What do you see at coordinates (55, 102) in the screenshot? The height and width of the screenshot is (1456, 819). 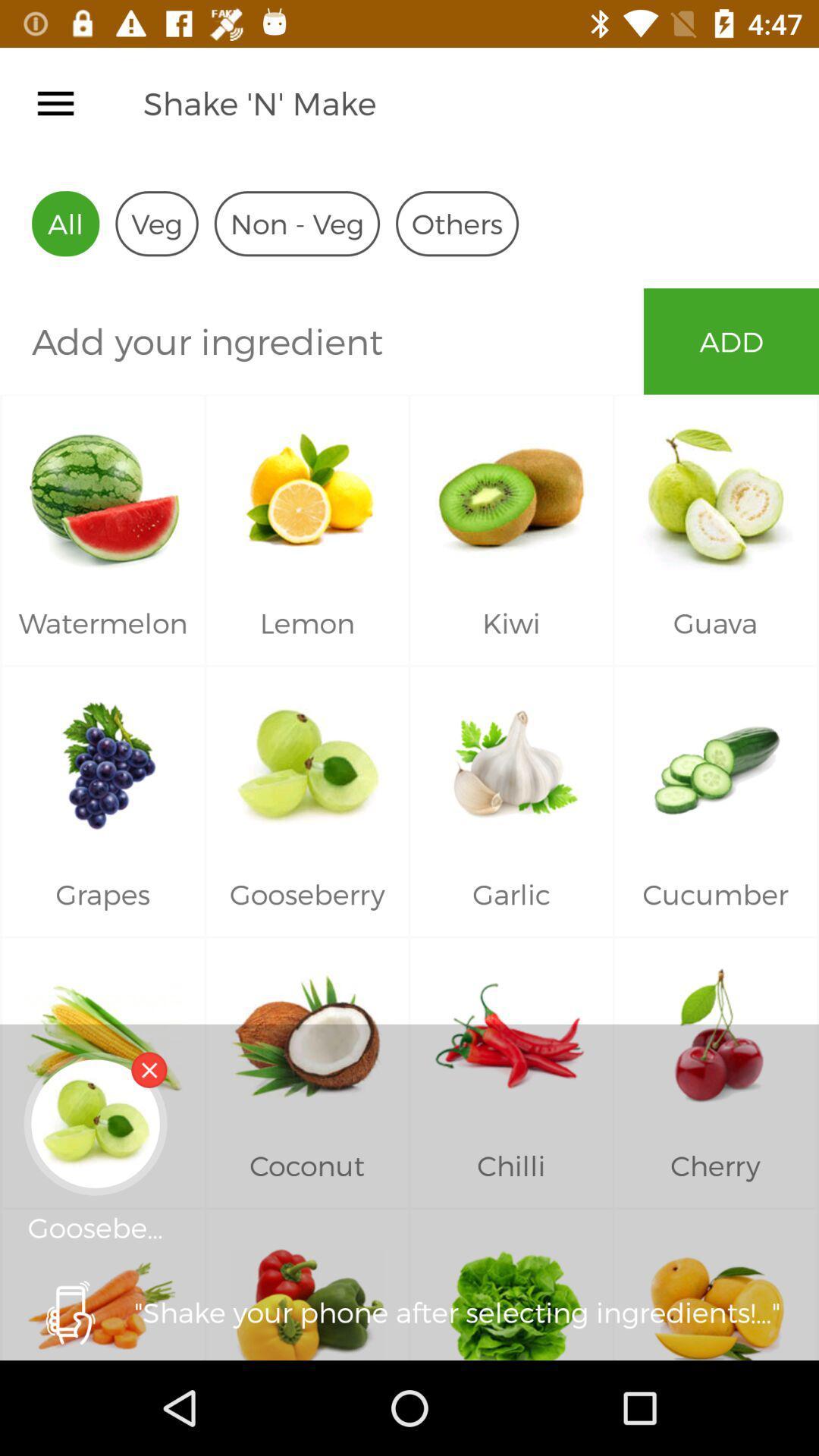 I see `the menu icon` at bounding box center [55, 102].